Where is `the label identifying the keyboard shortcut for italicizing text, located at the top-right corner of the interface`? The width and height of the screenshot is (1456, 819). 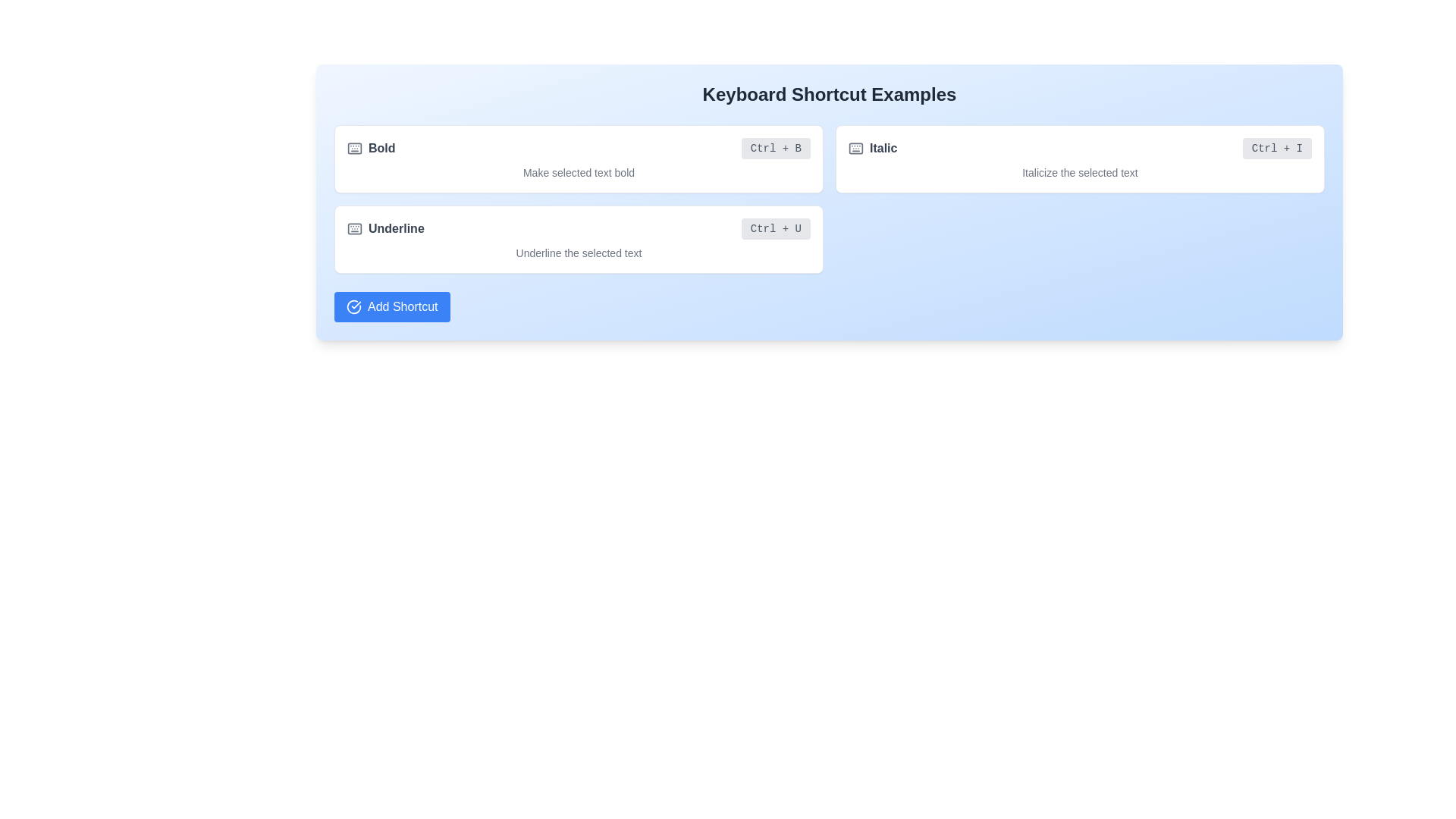
the label identifying the keyboard shortcut for italicizing text, located at the top-right corner of the interface is located at coordinates (883, 149).